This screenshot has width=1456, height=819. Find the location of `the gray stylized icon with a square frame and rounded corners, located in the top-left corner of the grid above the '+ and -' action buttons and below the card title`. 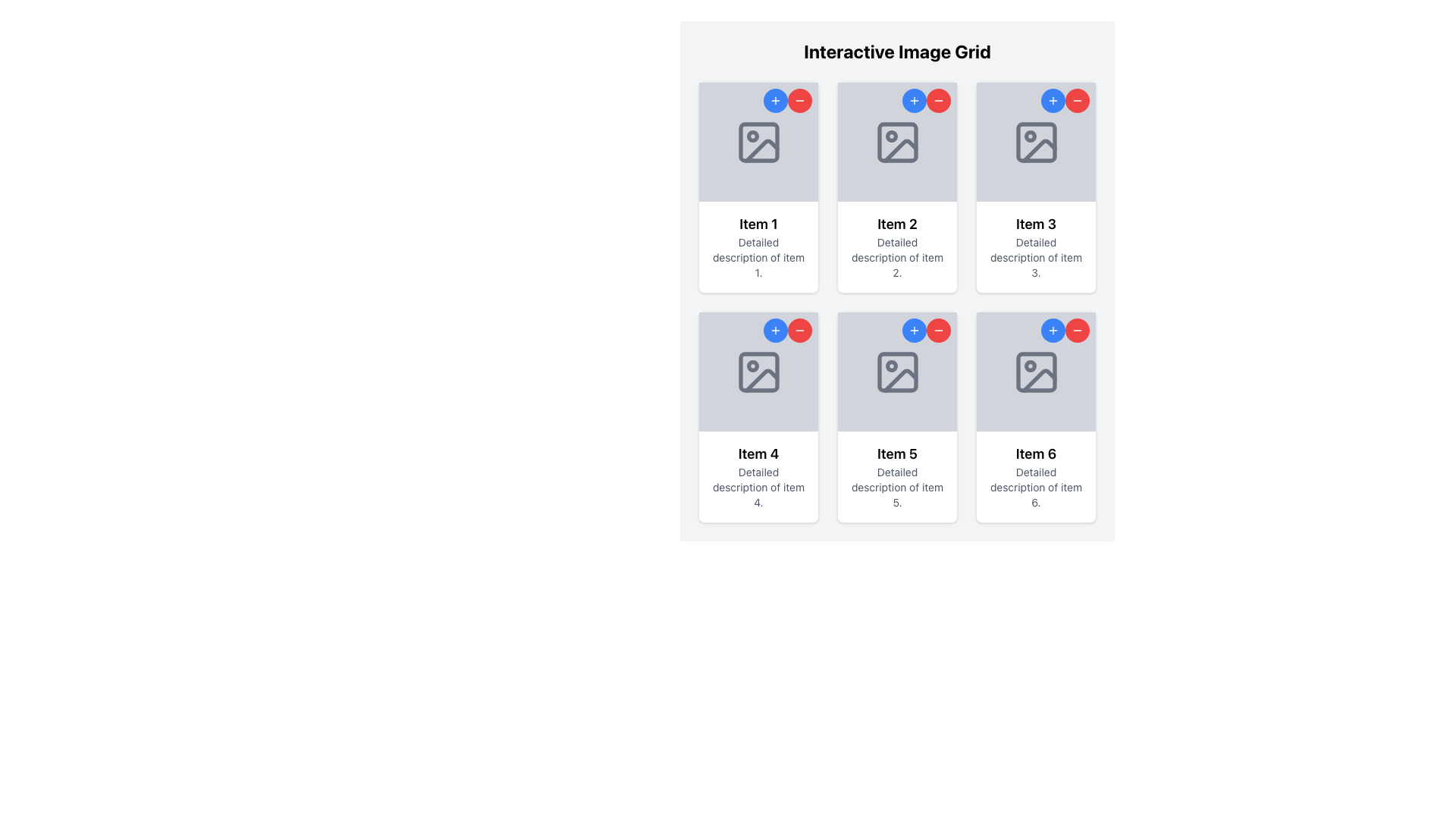

the gray stylized icon with a square frame and rounded corners, located in the top-left corner of the grid above the '+ and -' action buttons and below the card title is located at coordinates (758, 142).